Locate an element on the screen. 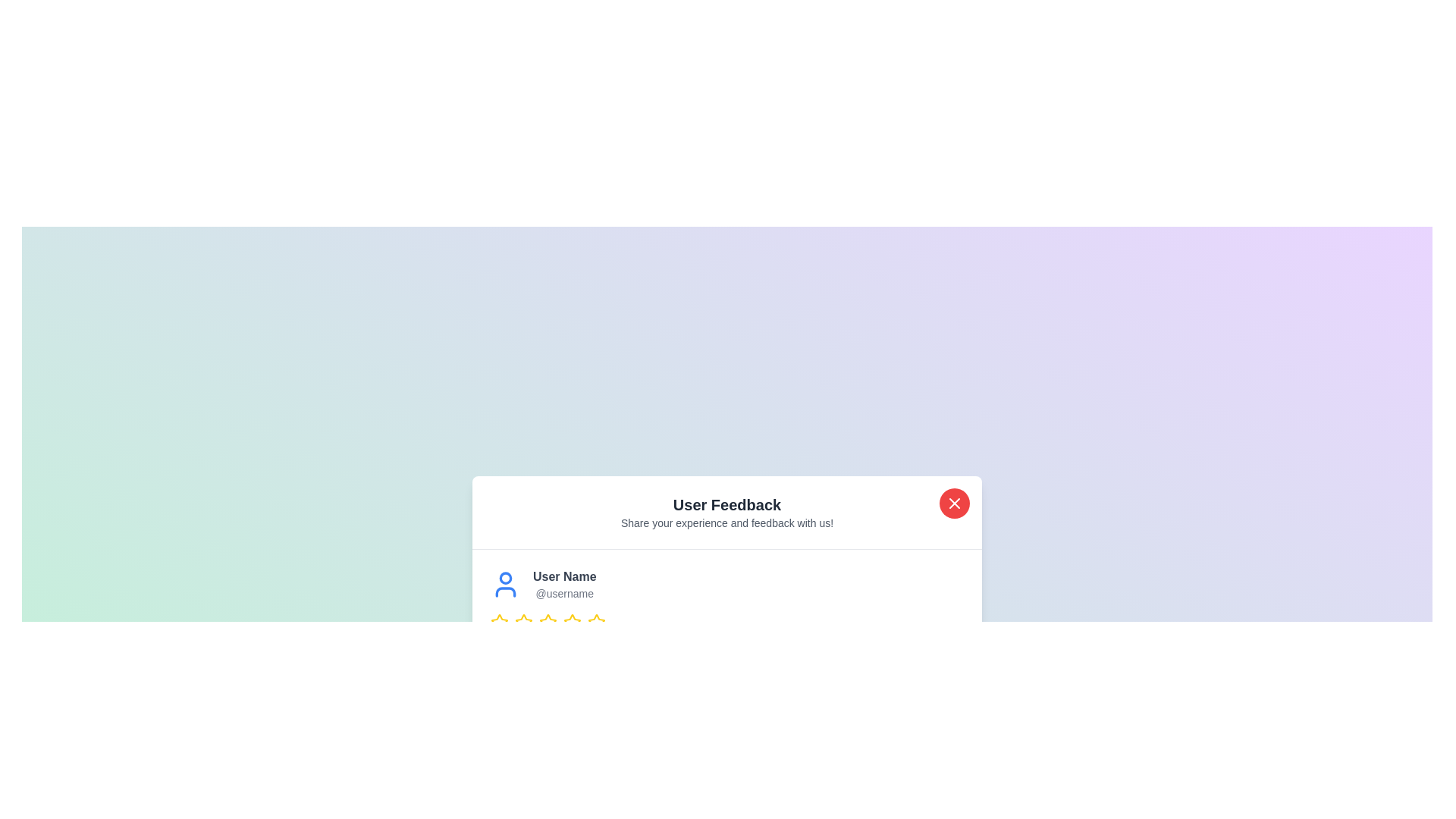 The image size is (1456, 819). the first star icon in the rating system to indicate potential selection is located at coordinates (524, 622).